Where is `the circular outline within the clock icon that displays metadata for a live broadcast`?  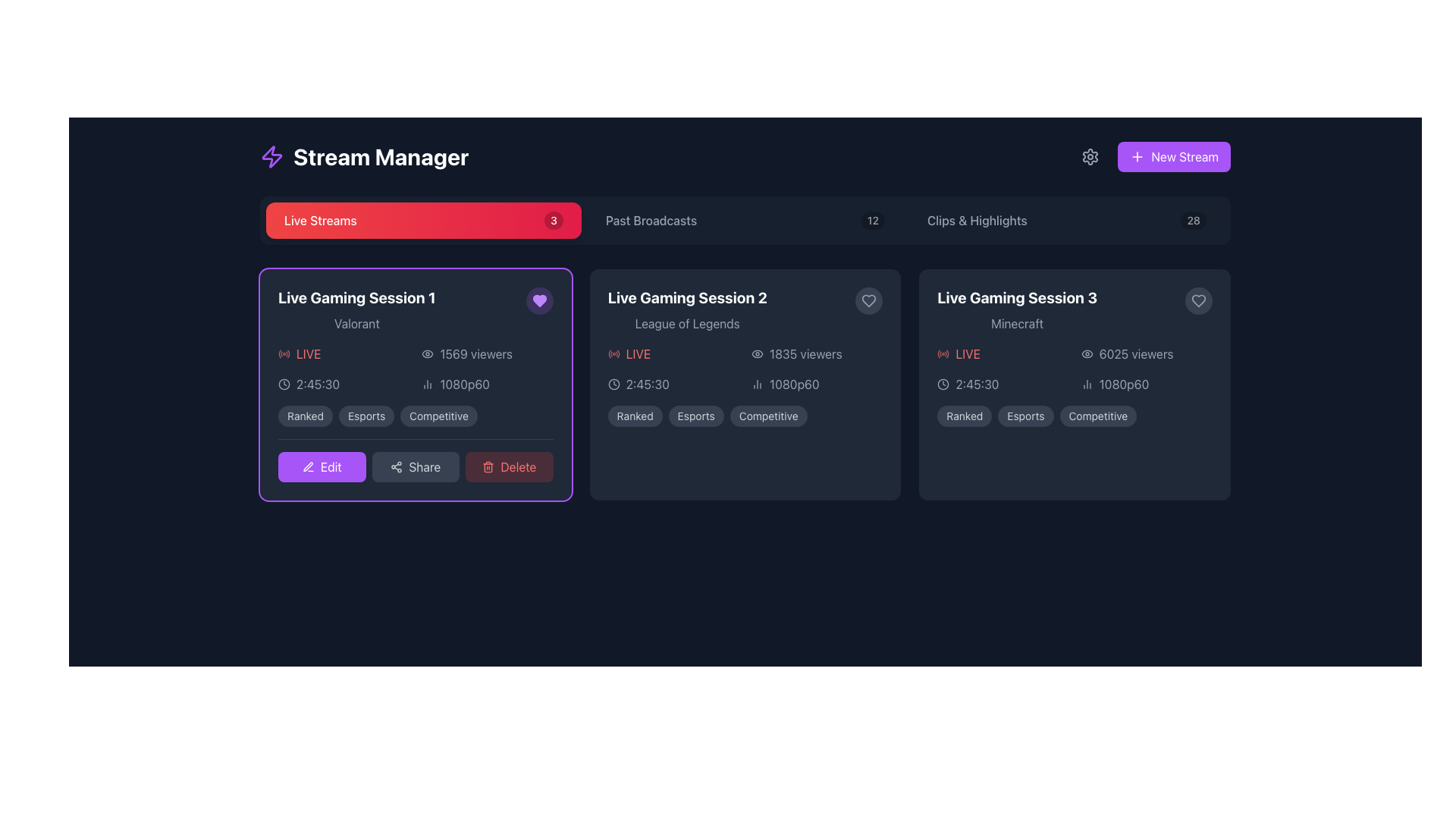
the circular outline within the clock icon that displays metadata for a live broadcast is located at coordinates (943, 383).